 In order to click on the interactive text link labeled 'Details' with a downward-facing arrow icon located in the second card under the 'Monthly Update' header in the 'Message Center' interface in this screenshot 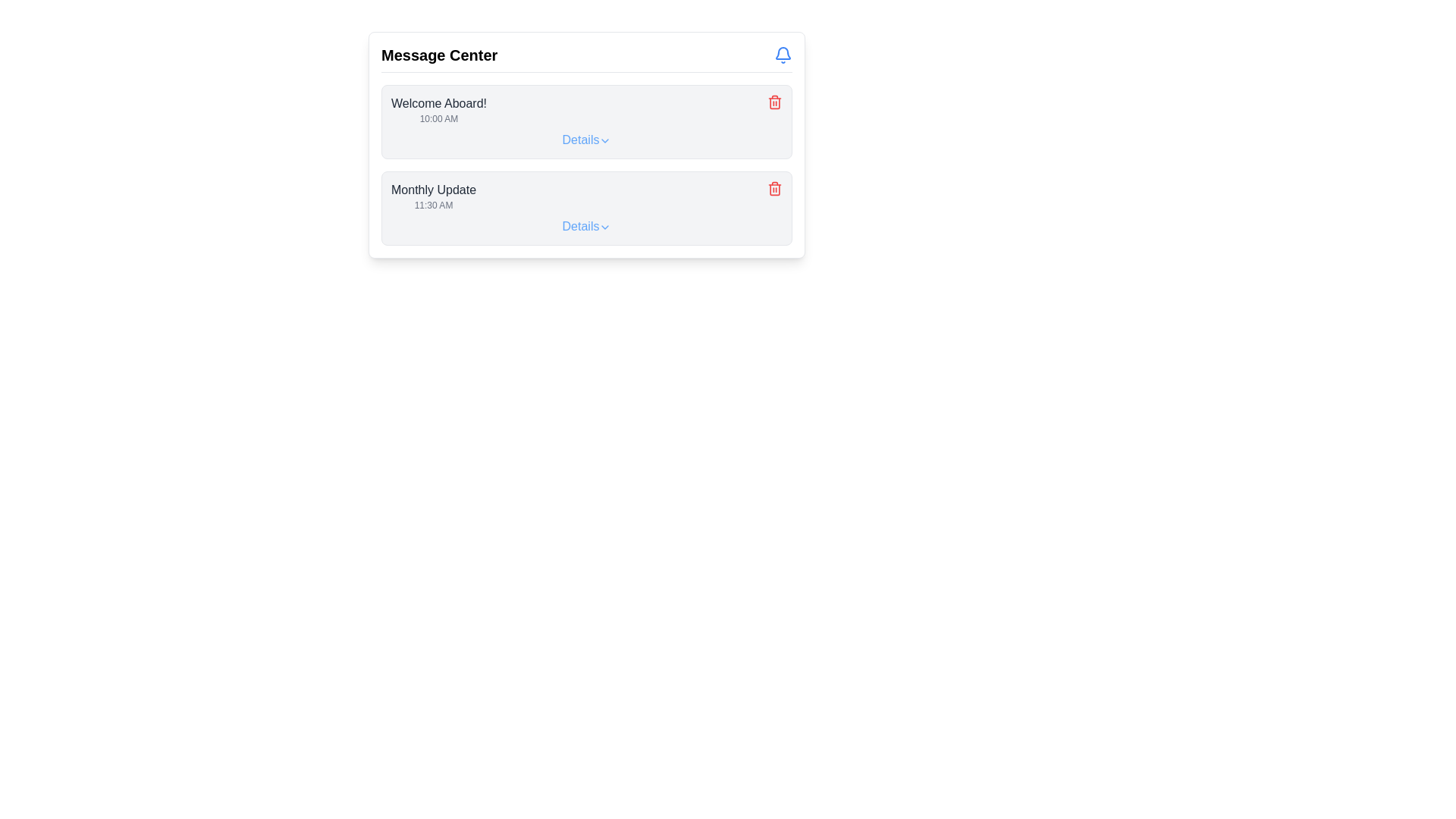, I will do `click(585, 227)`.